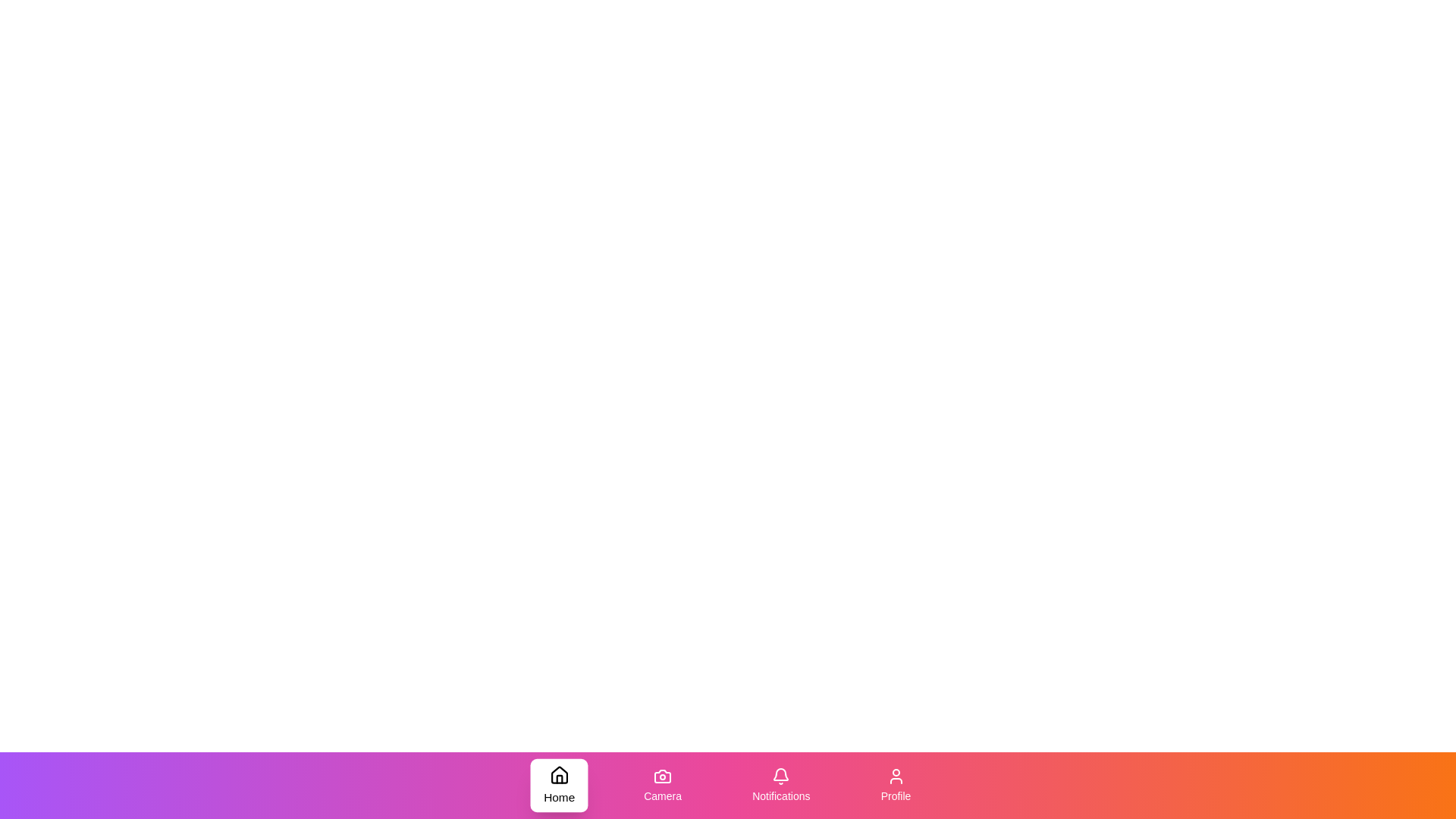 This screenshot has width=1456, height=819. What do you see at coordinates (558, 785) in the screenshot?
I see `the Home tab in the bottom navigation bar` at bounding box center [558, 785].